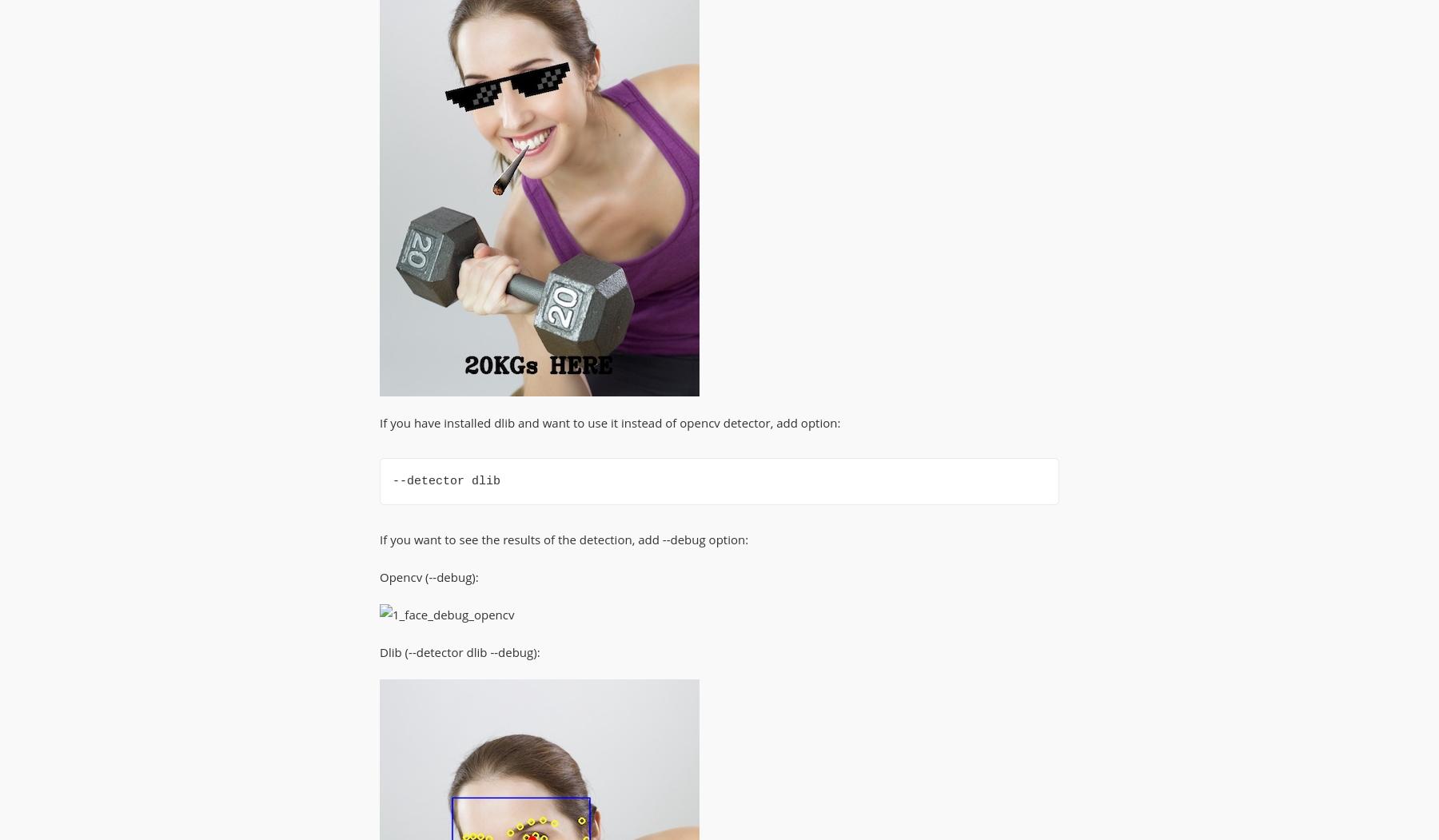  Describe the element at coordinates (459, 651) in the screenshot. I see `'Dlib (--detector dlib --debug):'` at that location.